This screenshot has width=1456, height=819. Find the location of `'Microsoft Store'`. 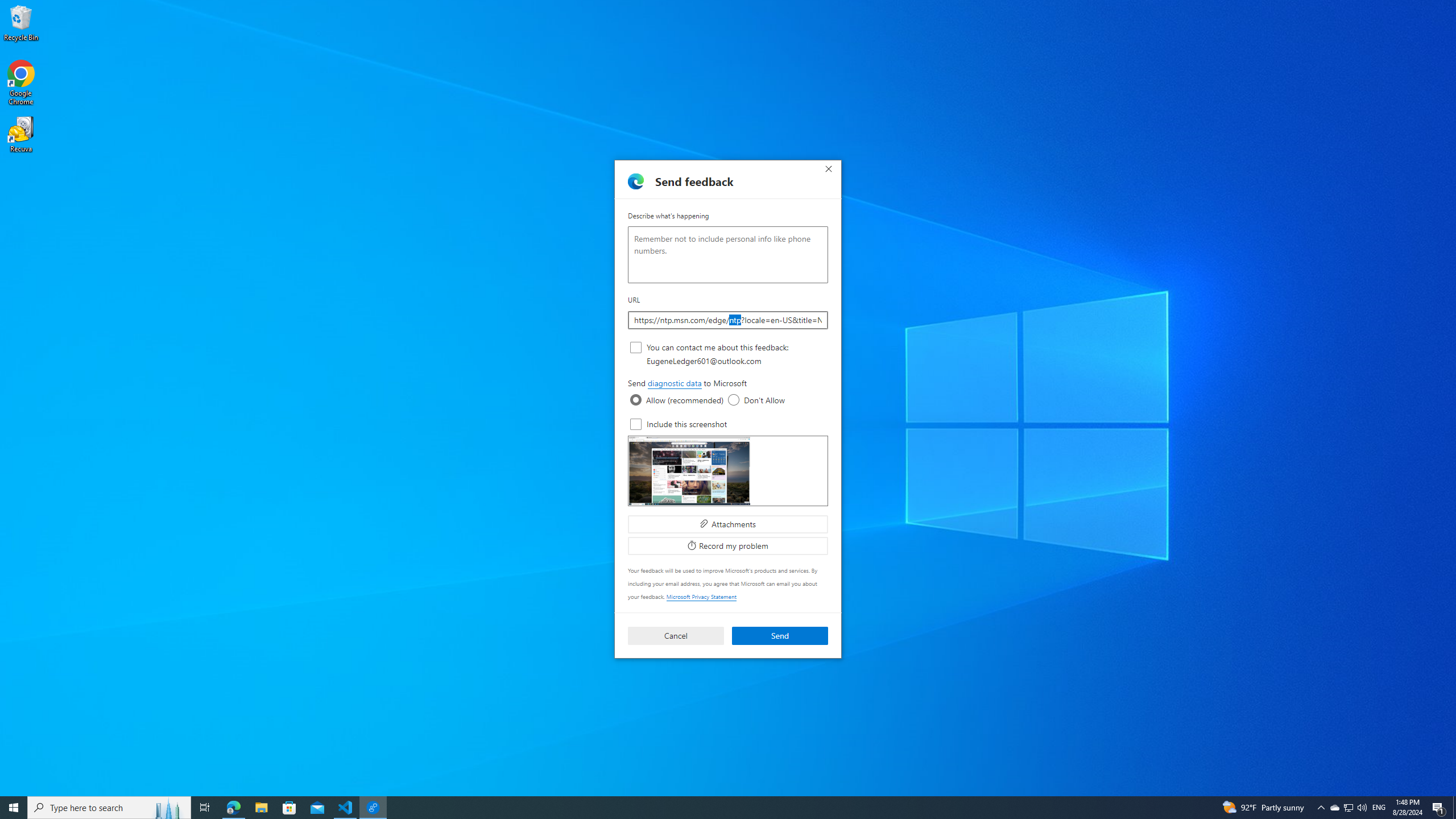

'Microsoft Store' is located at coordinates (289, 806).